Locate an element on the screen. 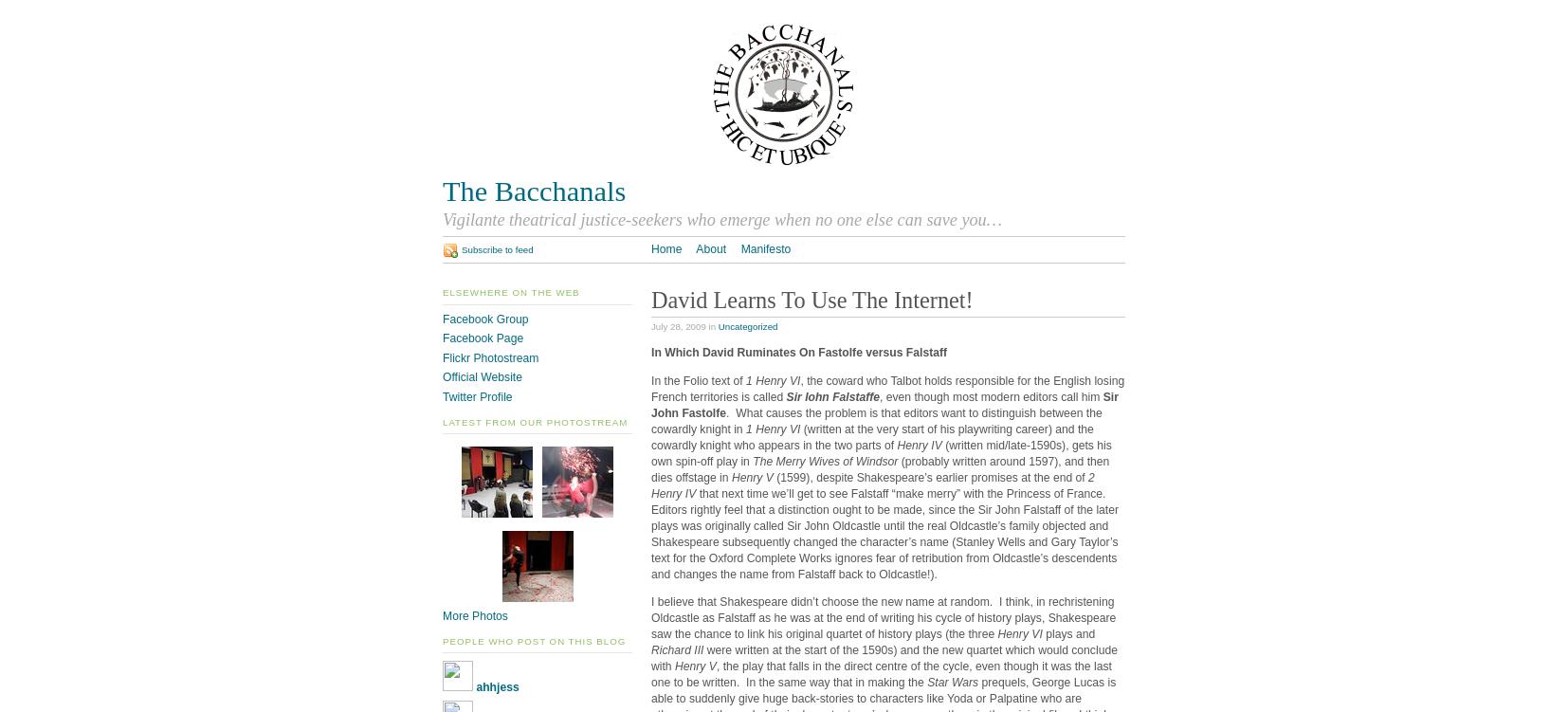  '(written at the very start of his playwriting career) and the cowardly knight who appears in the two parts of' is located at coordinates (870, 436).